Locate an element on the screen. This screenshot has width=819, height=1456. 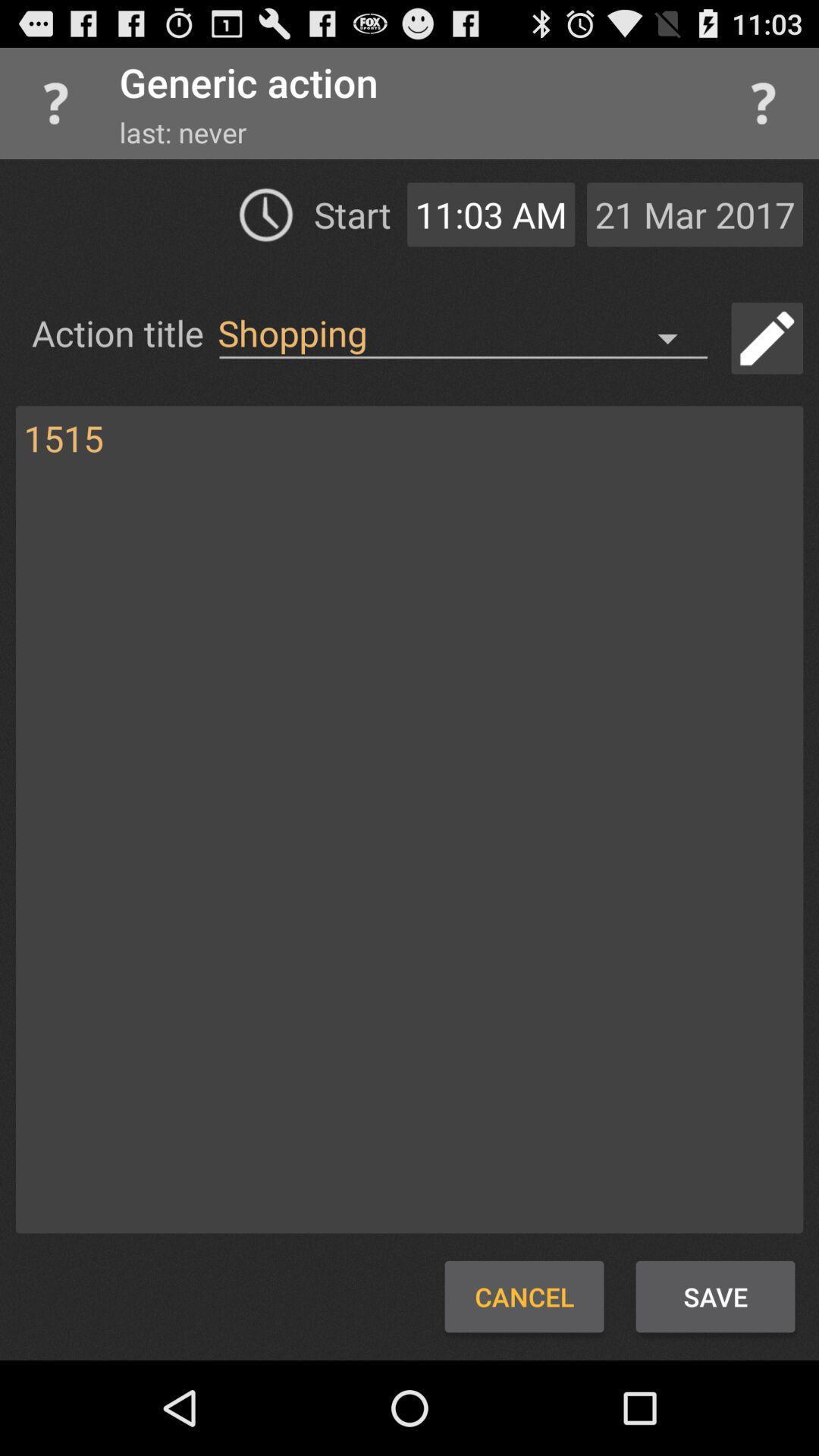
edit field is located at coordinates (767, 337).